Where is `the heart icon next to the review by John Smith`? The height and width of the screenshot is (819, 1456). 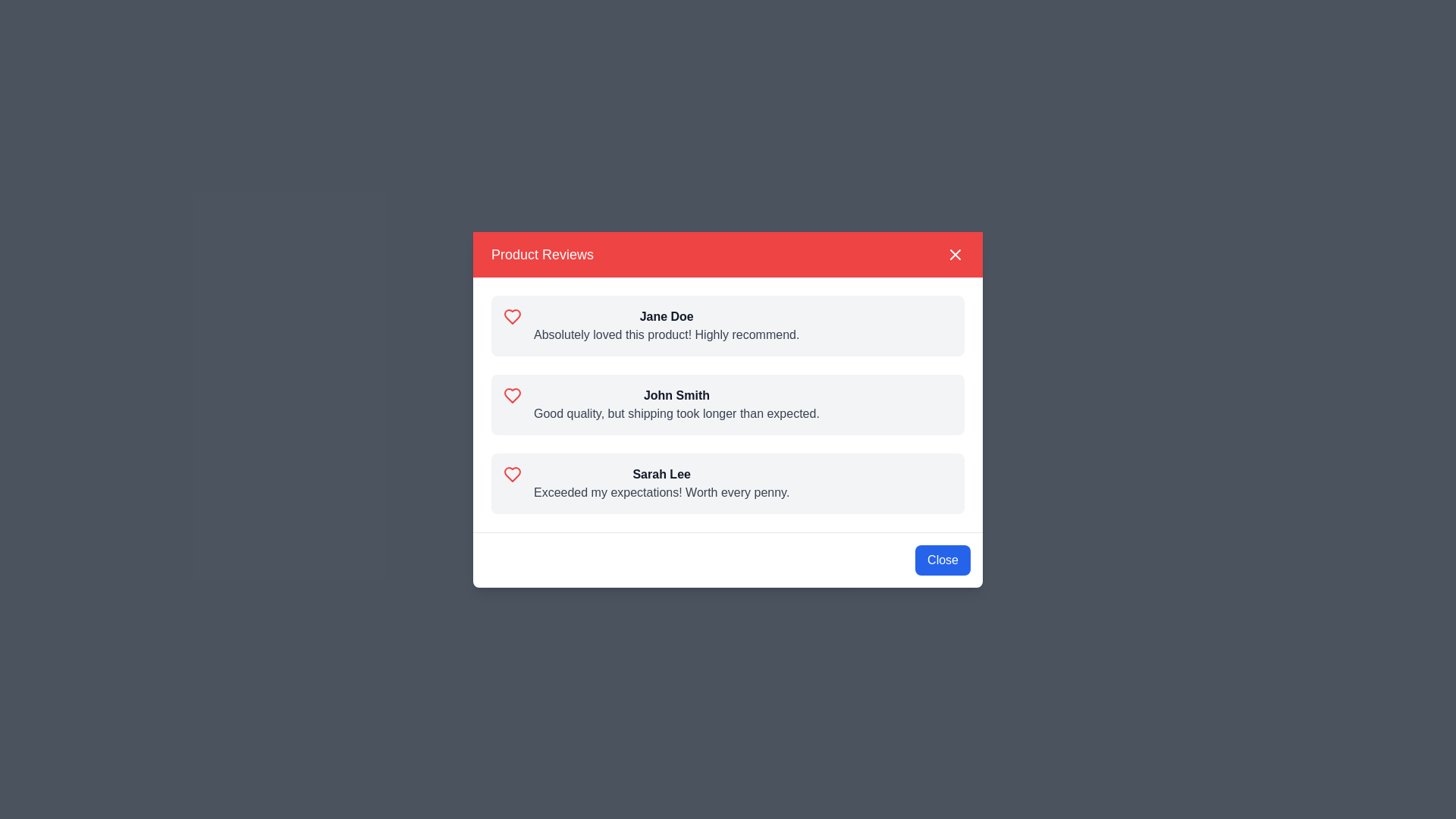 the heart icon next to the review by John Smith is located at coordinates (513, 394).